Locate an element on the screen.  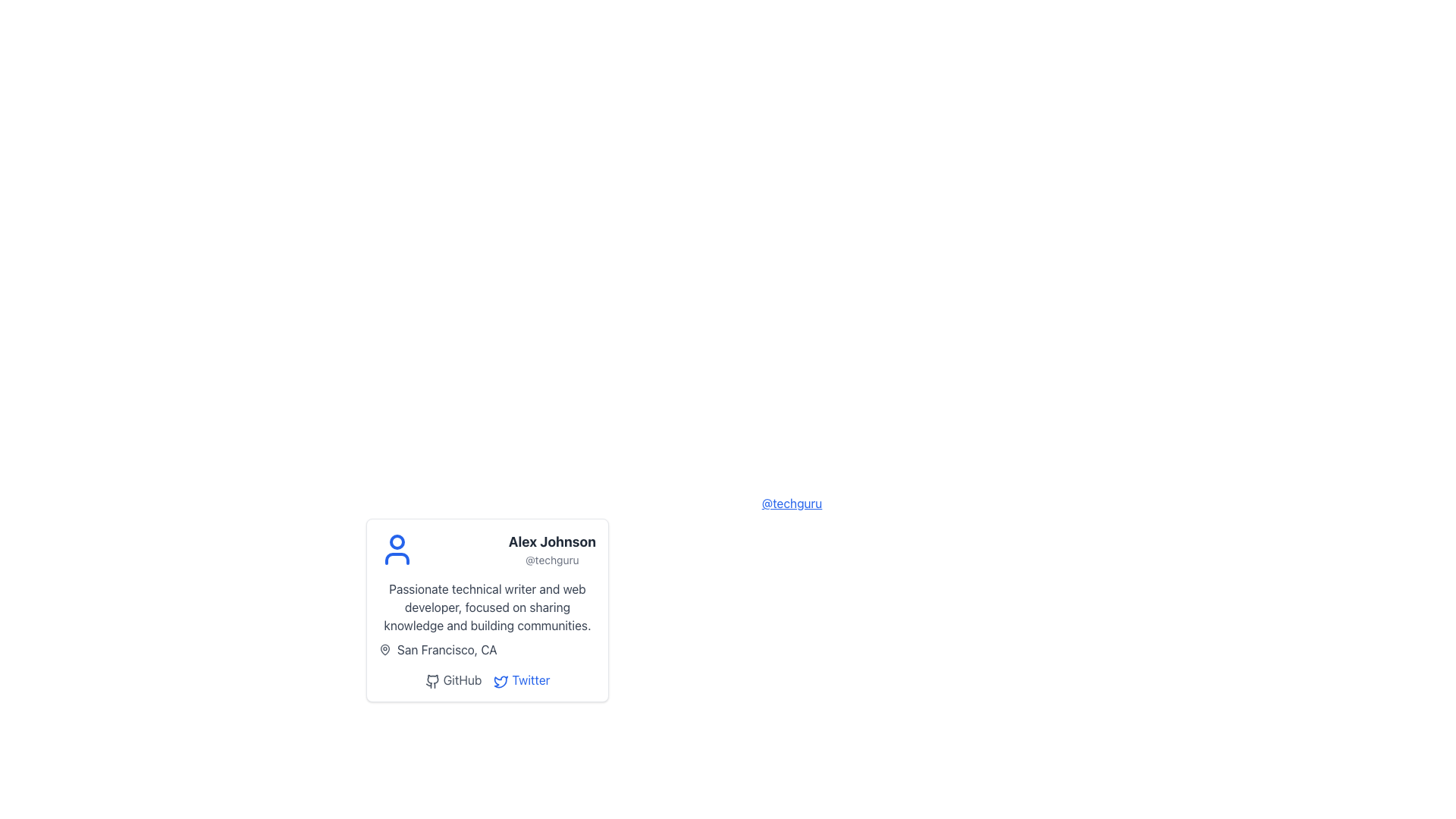
the first hyperlink in the horizontal series at the bottom of the user profile card is located at coordinates (452, 679).